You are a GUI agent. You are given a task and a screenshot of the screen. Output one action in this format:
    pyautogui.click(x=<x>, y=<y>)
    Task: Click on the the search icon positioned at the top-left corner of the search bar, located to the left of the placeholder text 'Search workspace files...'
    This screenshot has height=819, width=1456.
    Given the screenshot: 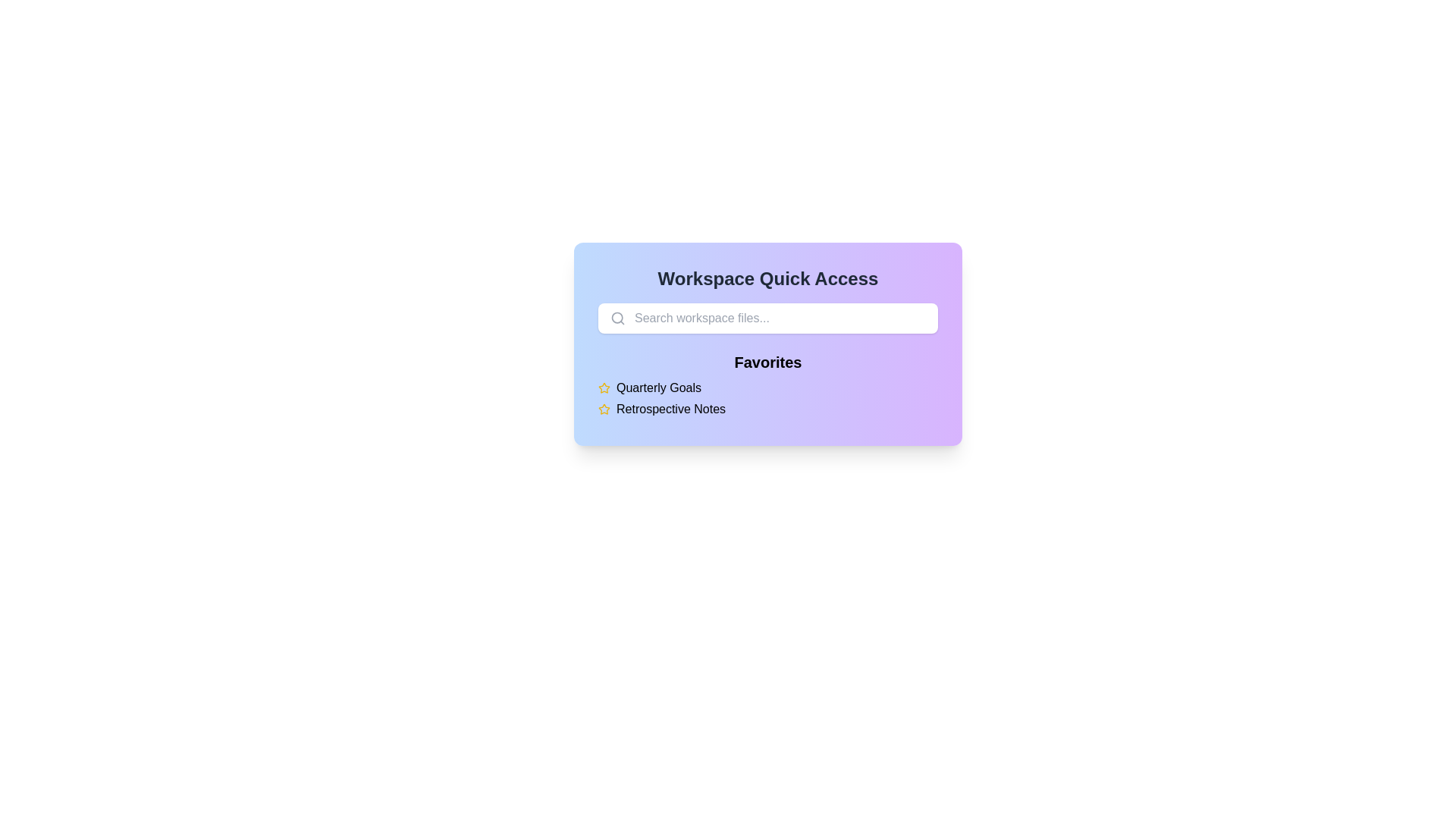 What is the action you would take?
    pyautogui.click(x=618, y=318)
    